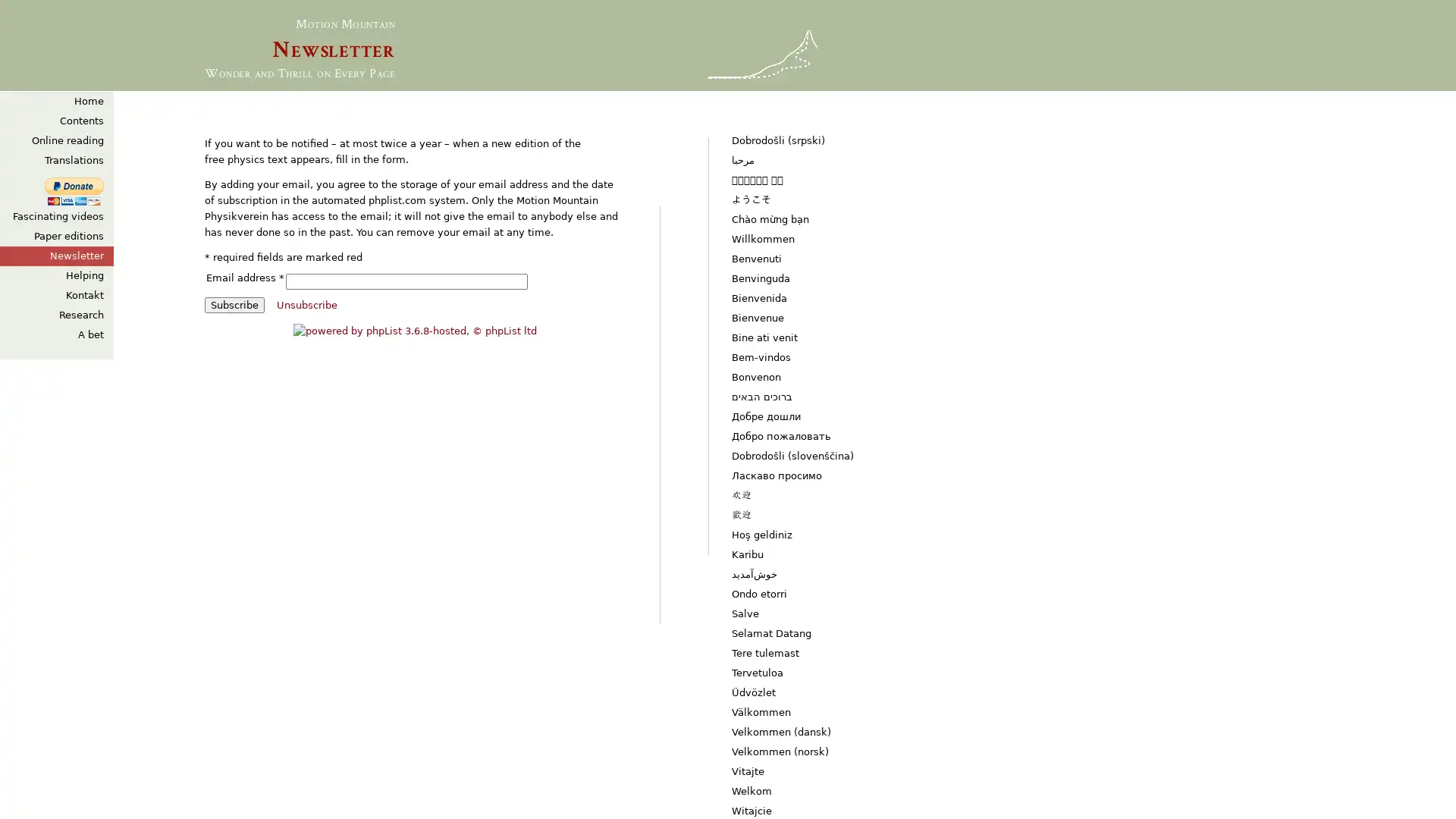  What do you see at coordinates (73, 191) in the screenshot?
I see `| PayPal - The safer, easier way to pay online.|` at bounding box center [73, 191].